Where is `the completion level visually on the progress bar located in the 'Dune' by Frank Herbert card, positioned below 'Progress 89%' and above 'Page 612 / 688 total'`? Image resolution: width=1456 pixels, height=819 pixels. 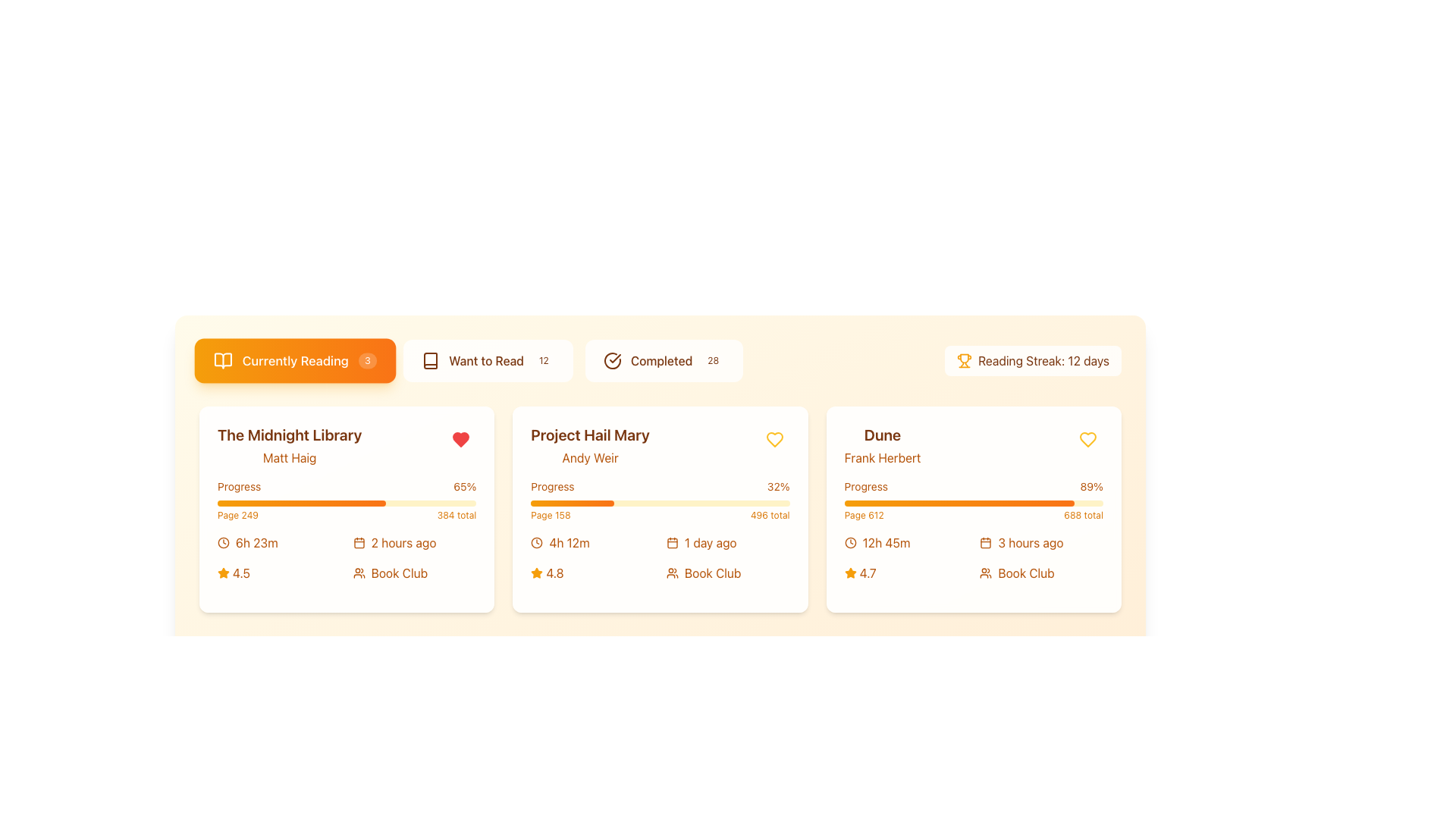 the completion level visually on the progress bar located in the 'Dune' by Frank Herbert card, positioned below 'Progress 89%' and above 'Page 612 / 688 total' is located at coordinates (974, 503).